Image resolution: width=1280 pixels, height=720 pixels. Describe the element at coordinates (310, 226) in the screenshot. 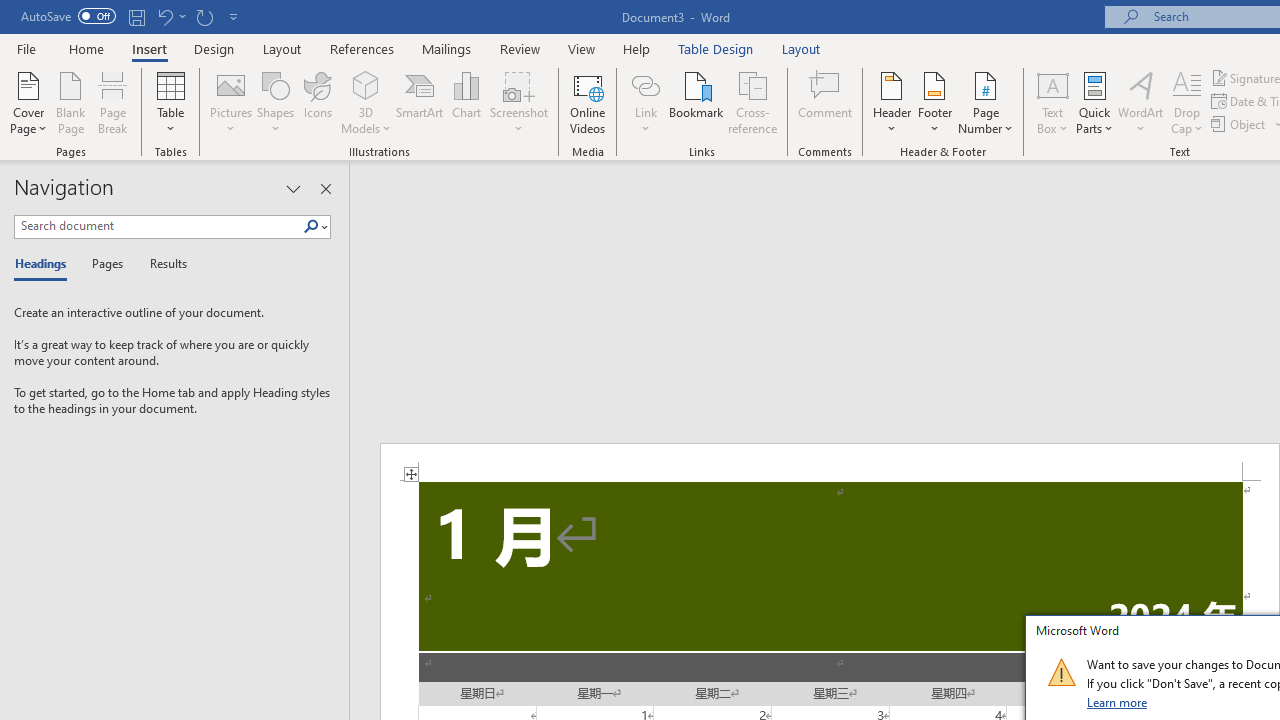

I see `'Search'` at that location.